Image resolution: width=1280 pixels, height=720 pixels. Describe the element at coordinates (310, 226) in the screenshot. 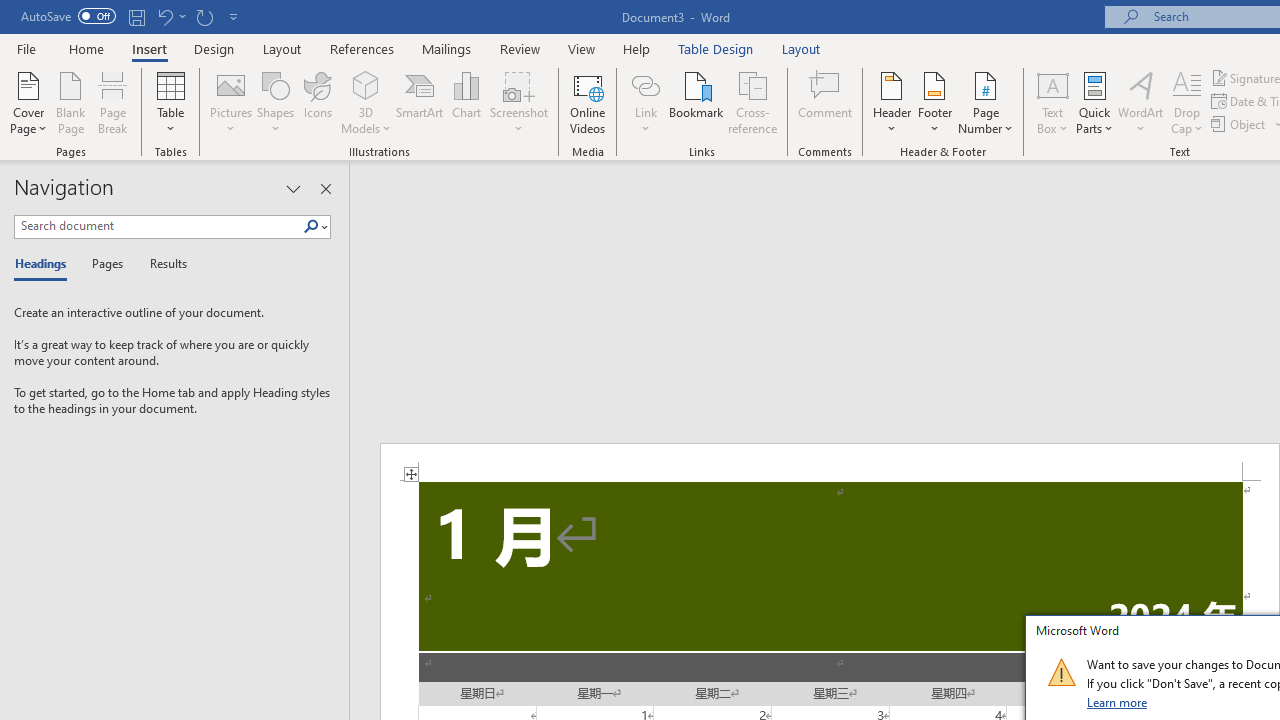

I see `'Search'` at that location.